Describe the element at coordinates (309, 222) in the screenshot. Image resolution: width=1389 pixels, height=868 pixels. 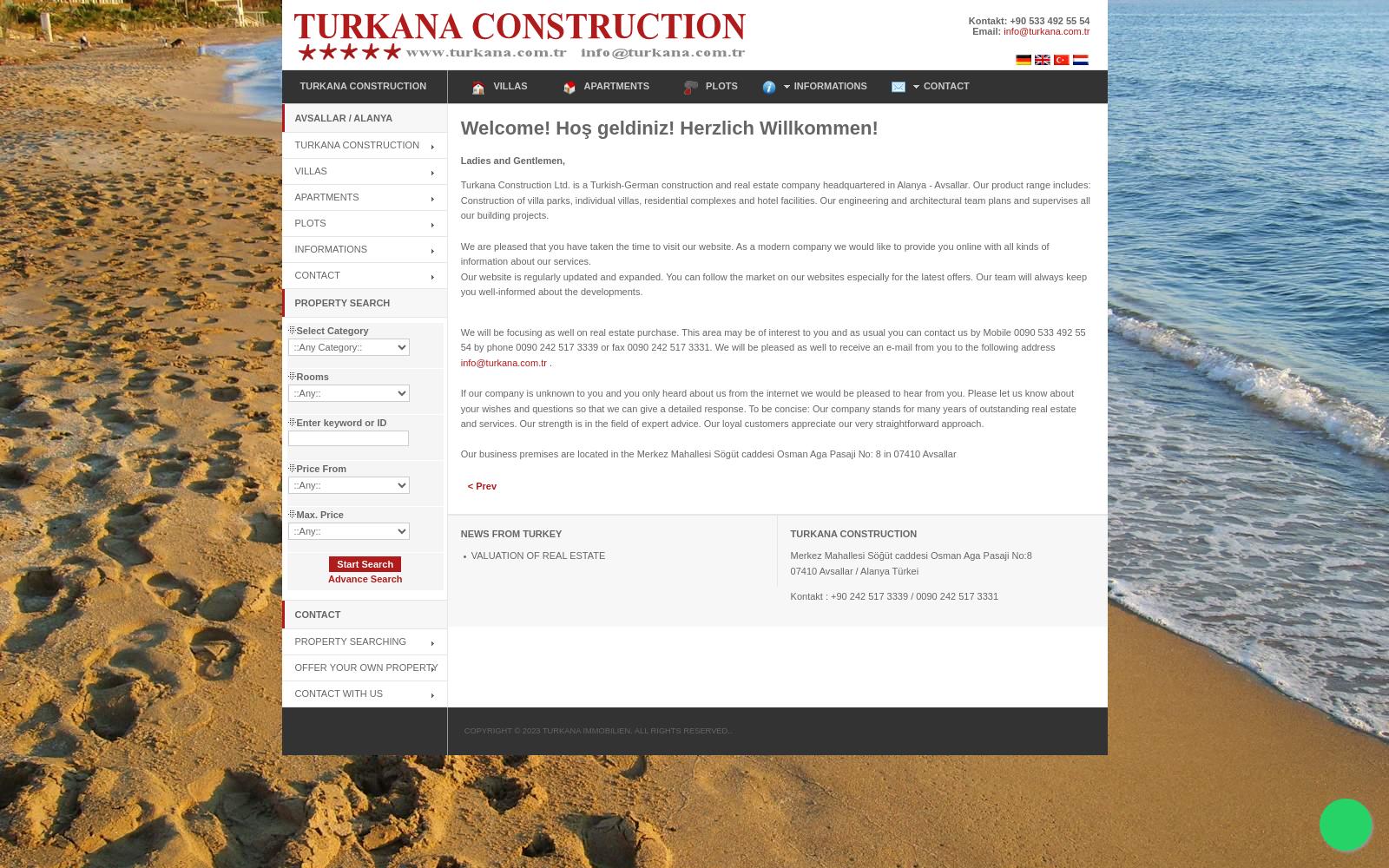
I see `'Plots'` at that location.